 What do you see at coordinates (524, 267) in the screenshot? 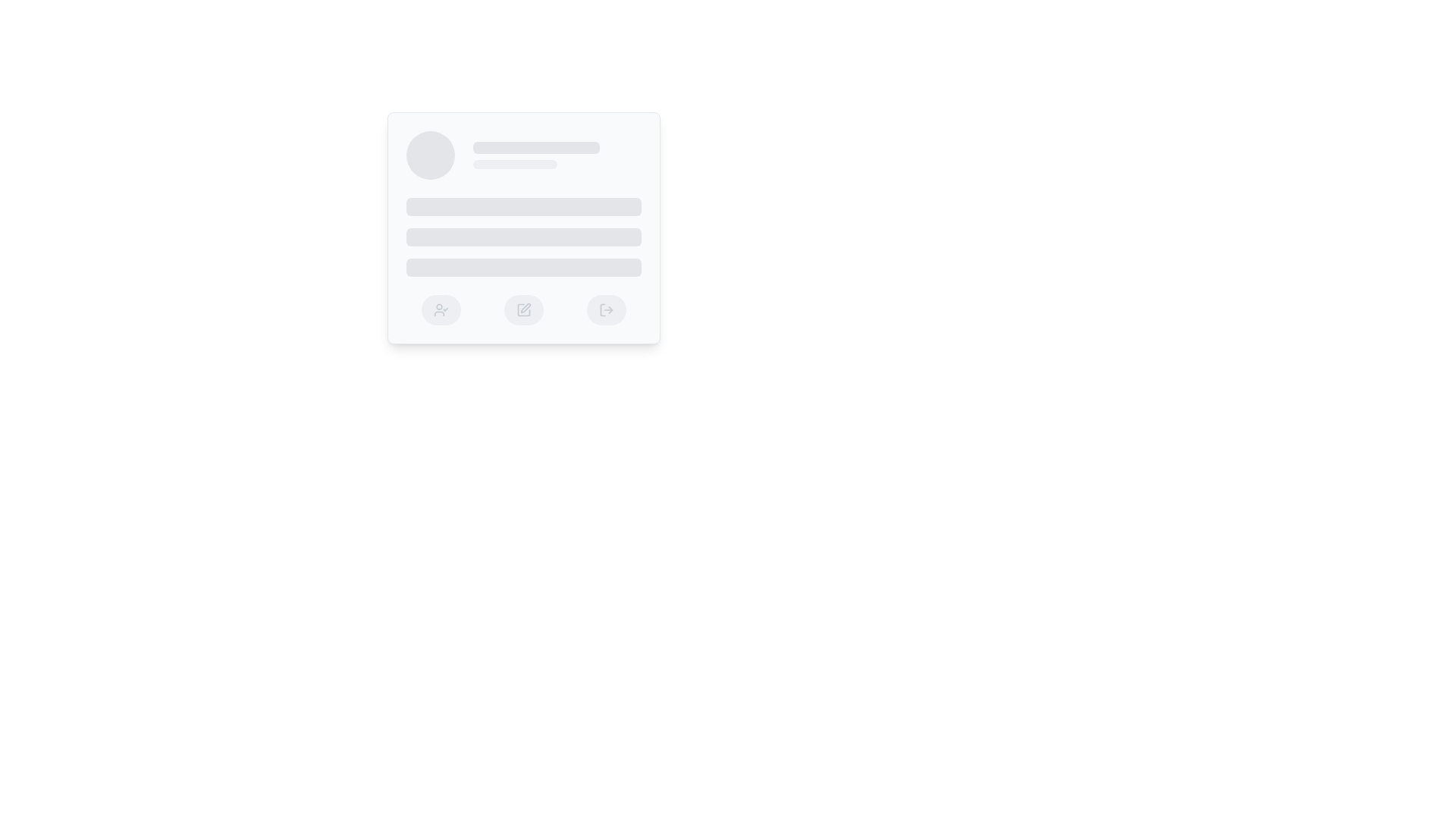
I see `the loading indicator element, which is the third component in a vertical stack of similar elements, indicating a loading state for content` at bounding box center [524, 267].